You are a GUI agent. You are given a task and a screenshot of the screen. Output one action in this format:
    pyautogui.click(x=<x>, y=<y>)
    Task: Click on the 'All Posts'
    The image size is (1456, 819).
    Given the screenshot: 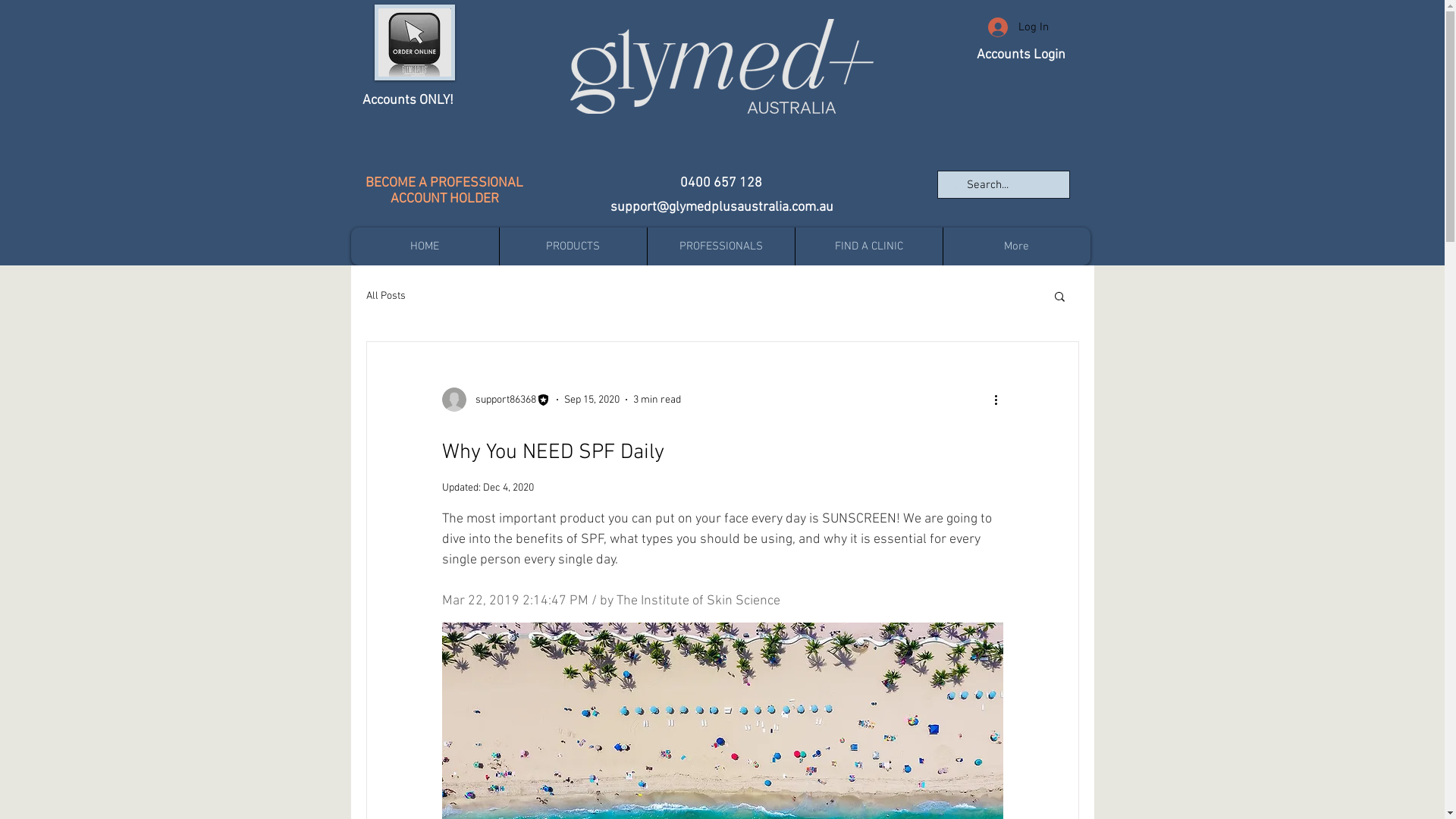 What is the action you would take?
    pyautogui.click(x=385, y=296)
    